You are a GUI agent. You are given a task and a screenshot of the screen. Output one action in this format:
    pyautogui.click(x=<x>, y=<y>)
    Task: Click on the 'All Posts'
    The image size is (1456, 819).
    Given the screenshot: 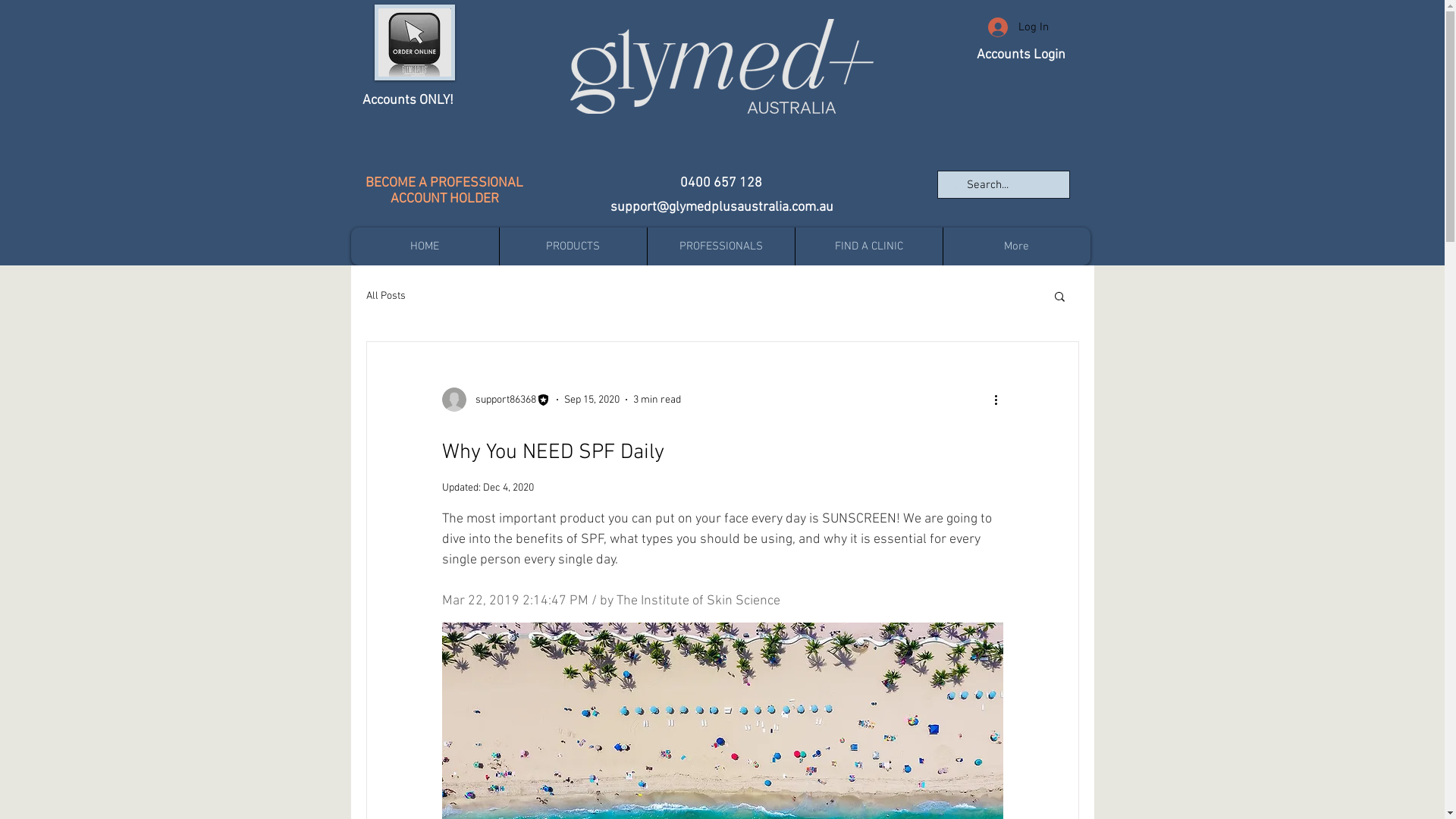 What is the action you would take?
    pyautogui.click(x=385, y=296)
    